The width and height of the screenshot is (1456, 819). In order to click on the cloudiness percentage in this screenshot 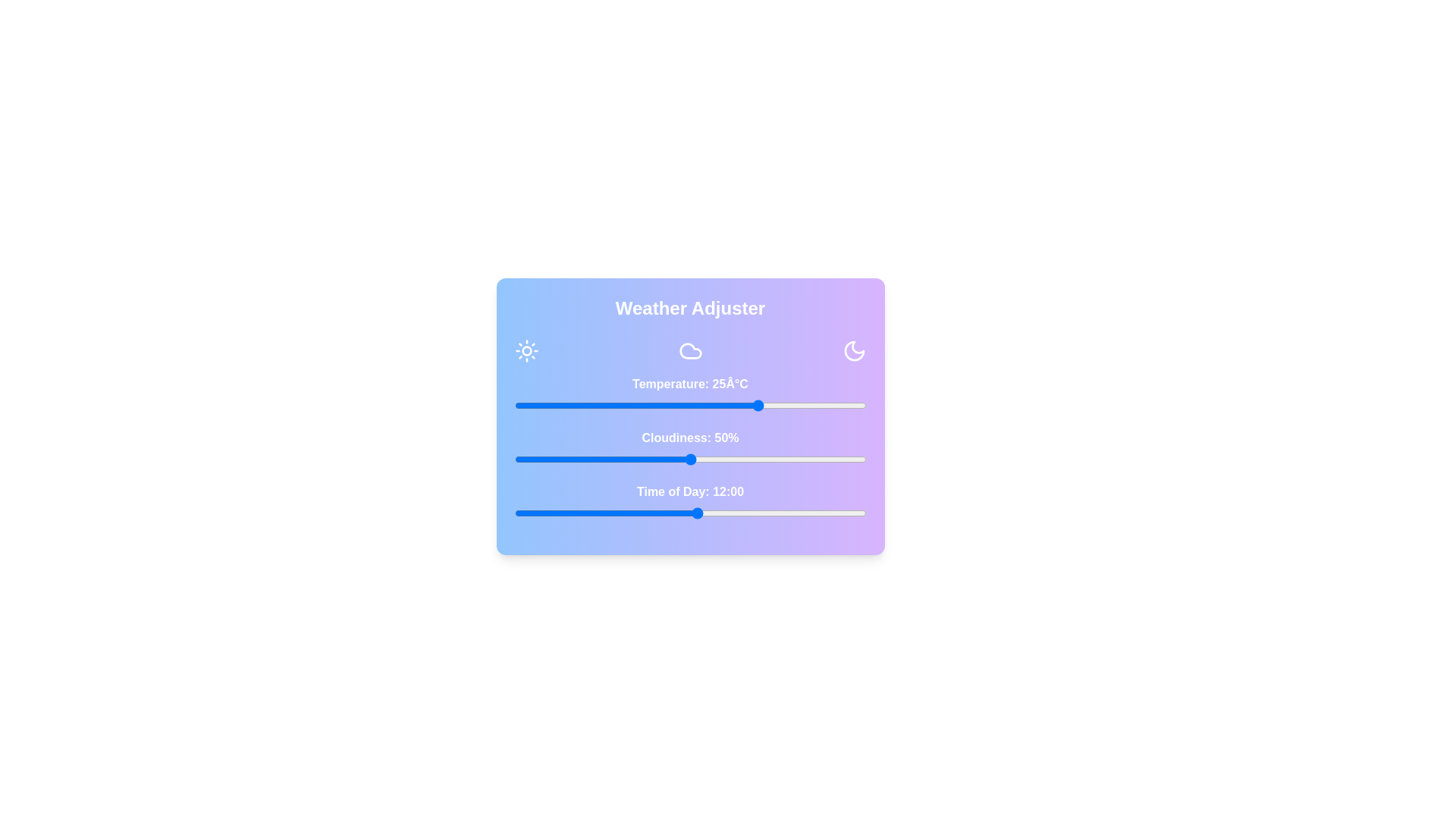, I will do `click(686, 458)`.